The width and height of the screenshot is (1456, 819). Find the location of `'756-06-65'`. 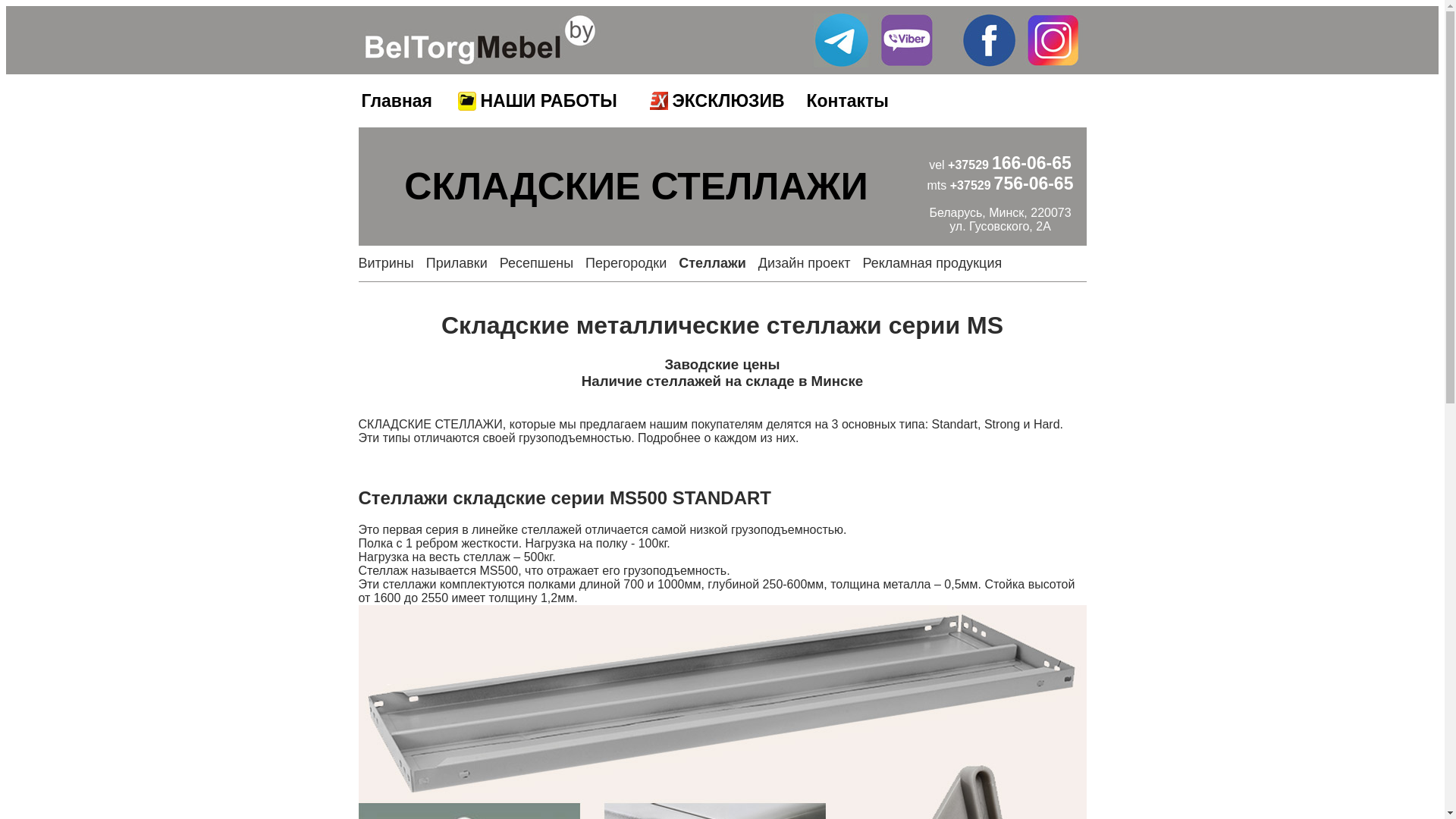

'756-06-65' is located at coordinates (1033, 183).